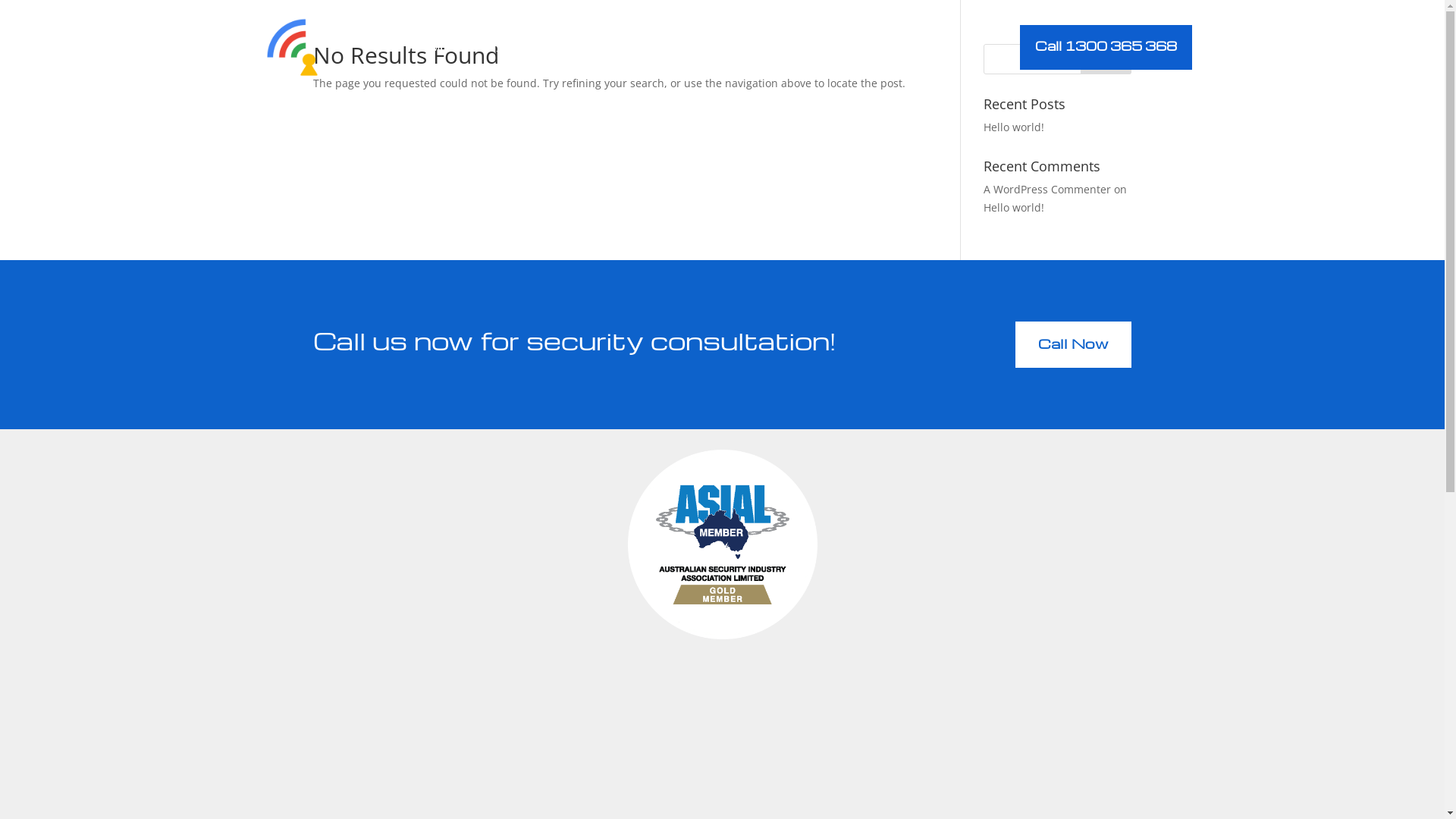 The width and height of the screenshot is (1456, 819). What do you see at coordinates (1072, 344) in the screenshot?
I see `'Call Now'` at bounding box center [1072, 344].